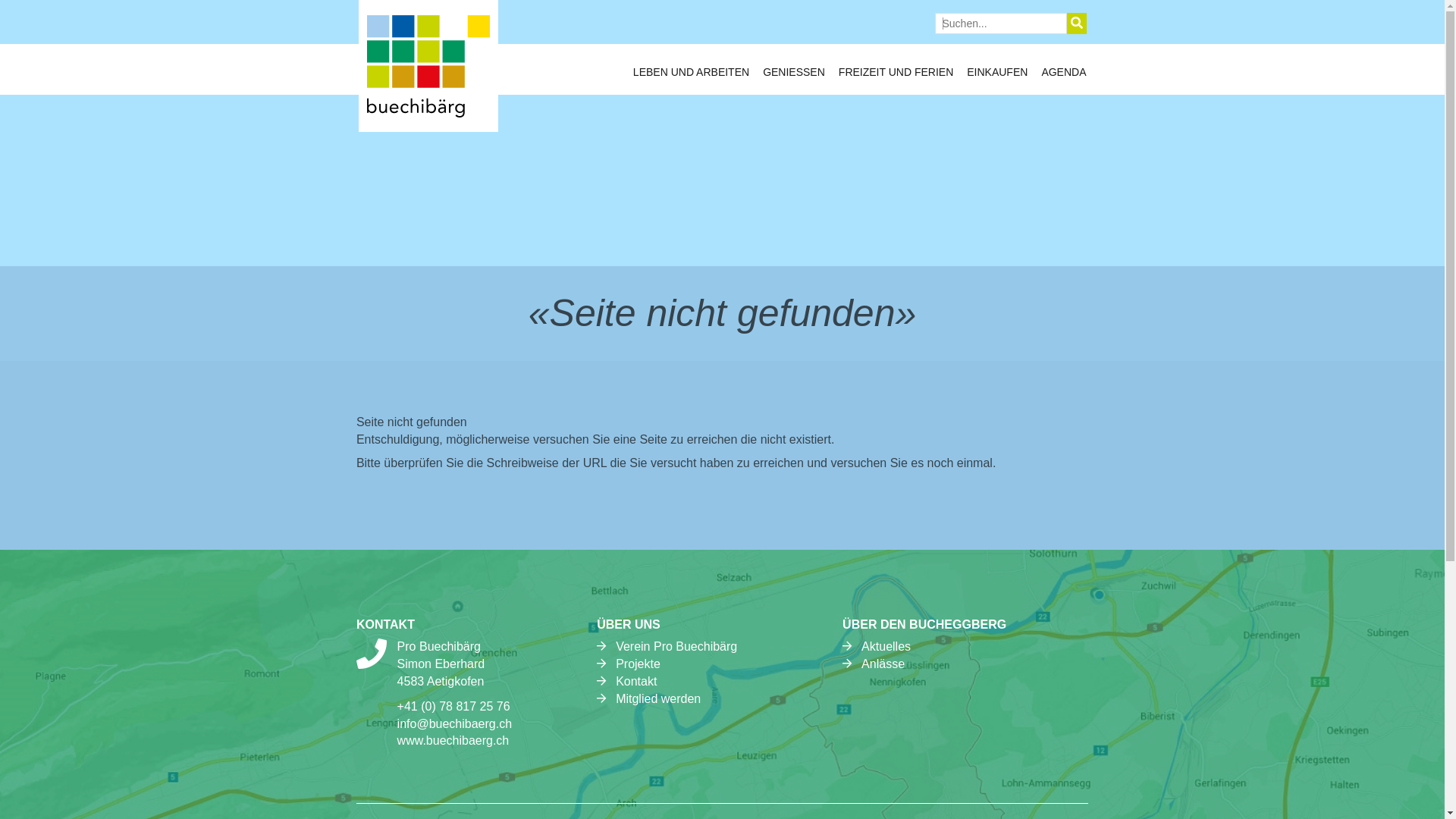 This screenshot has height=819, width=1456. What do you see at coordinates (1062, 76) in the screenshot?
I see `'AGENDA'` at bounding box center [1062, 76].